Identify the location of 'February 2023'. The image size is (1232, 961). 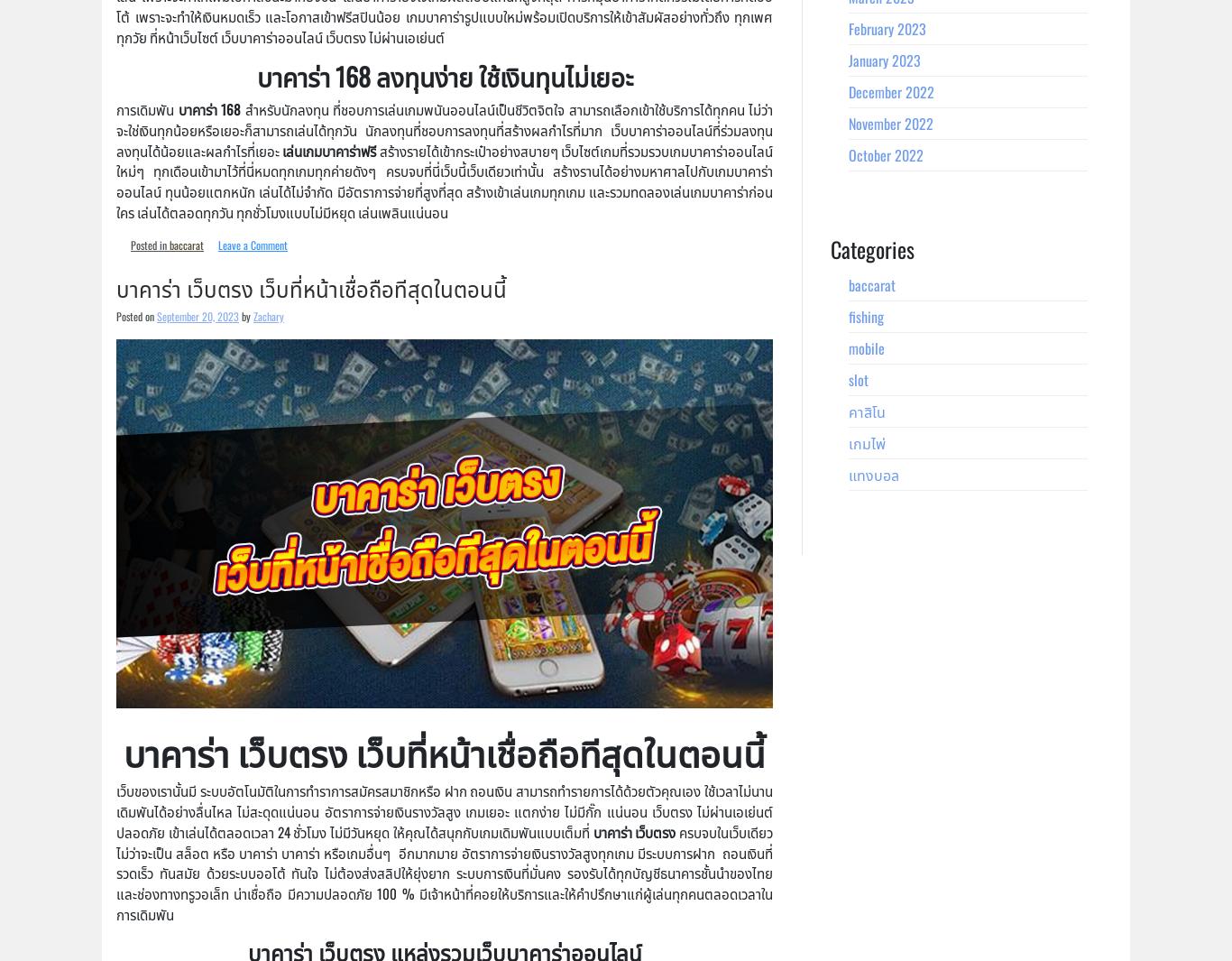
(887, 27).